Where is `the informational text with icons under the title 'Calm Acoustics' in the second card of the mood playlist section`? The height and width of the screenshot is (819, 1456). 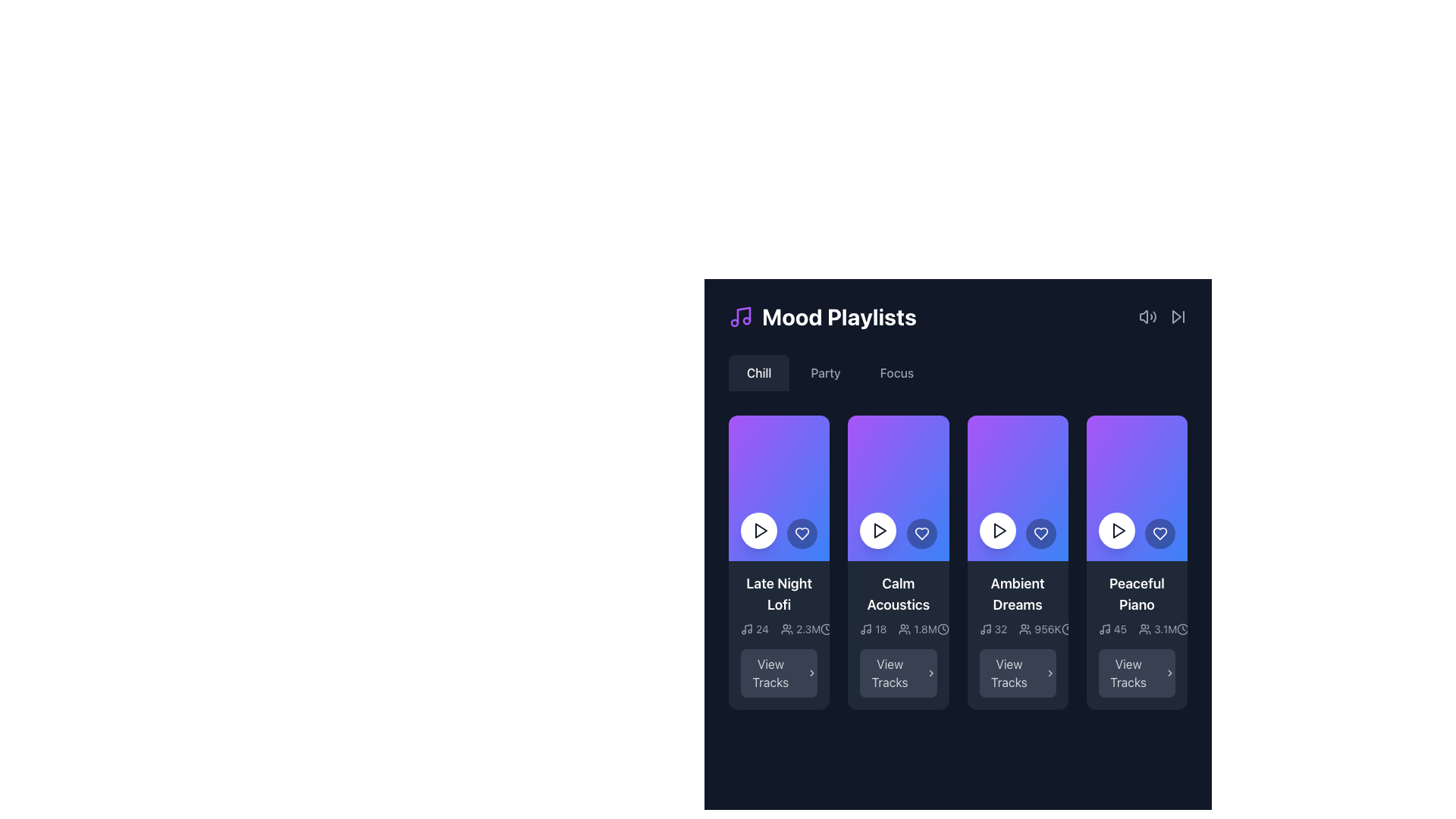 the informational text with icons under the title 'Calm Acoustics' in the second card of the mood playlist section is located at coordinates (898, 629).